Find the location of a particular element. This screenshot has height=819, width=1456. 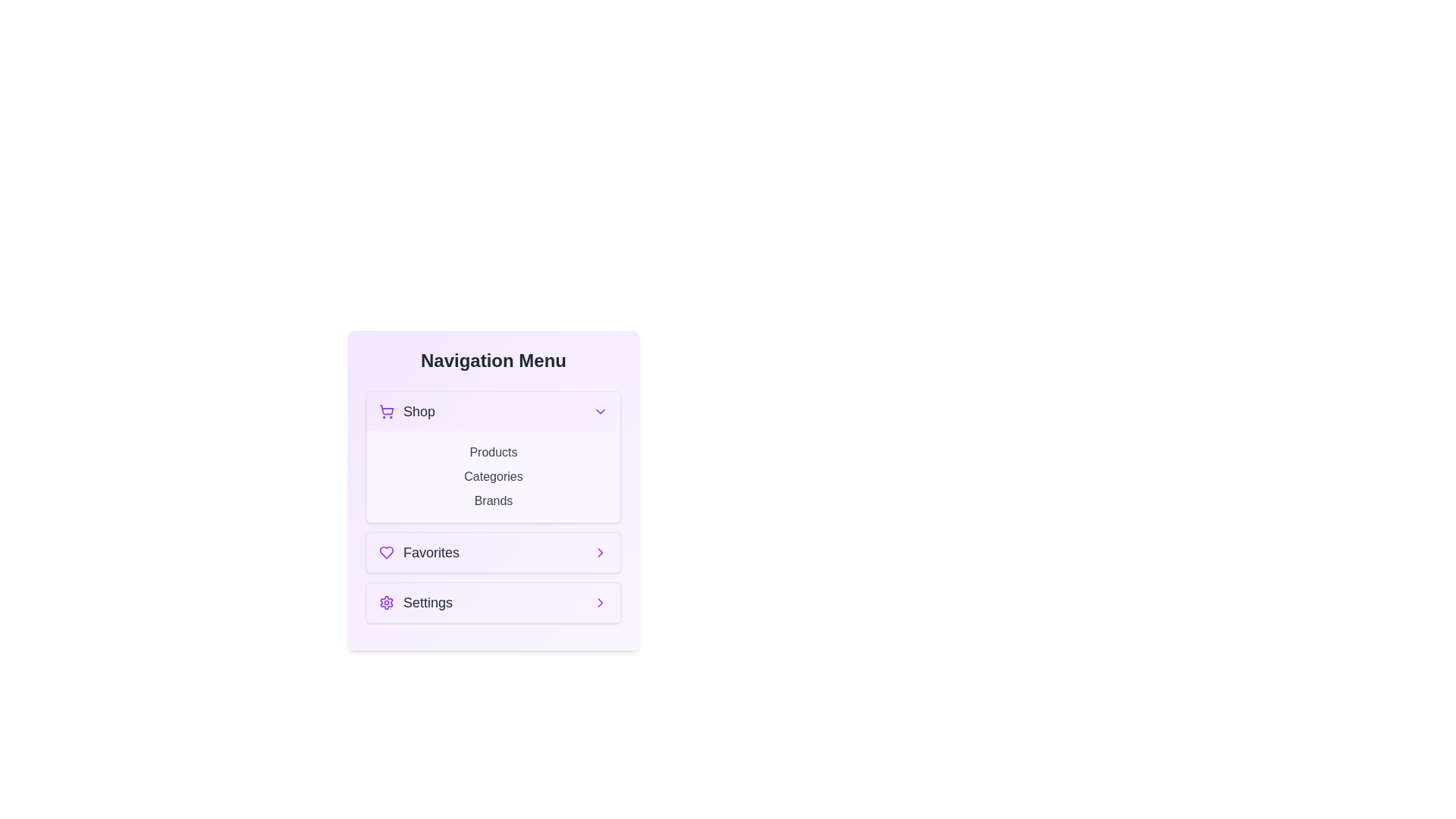

the 'Categories' text label in the purple-themed navigation menu, which is styled in gray and transitions to purple on hover is located at coordinates (494, 475).